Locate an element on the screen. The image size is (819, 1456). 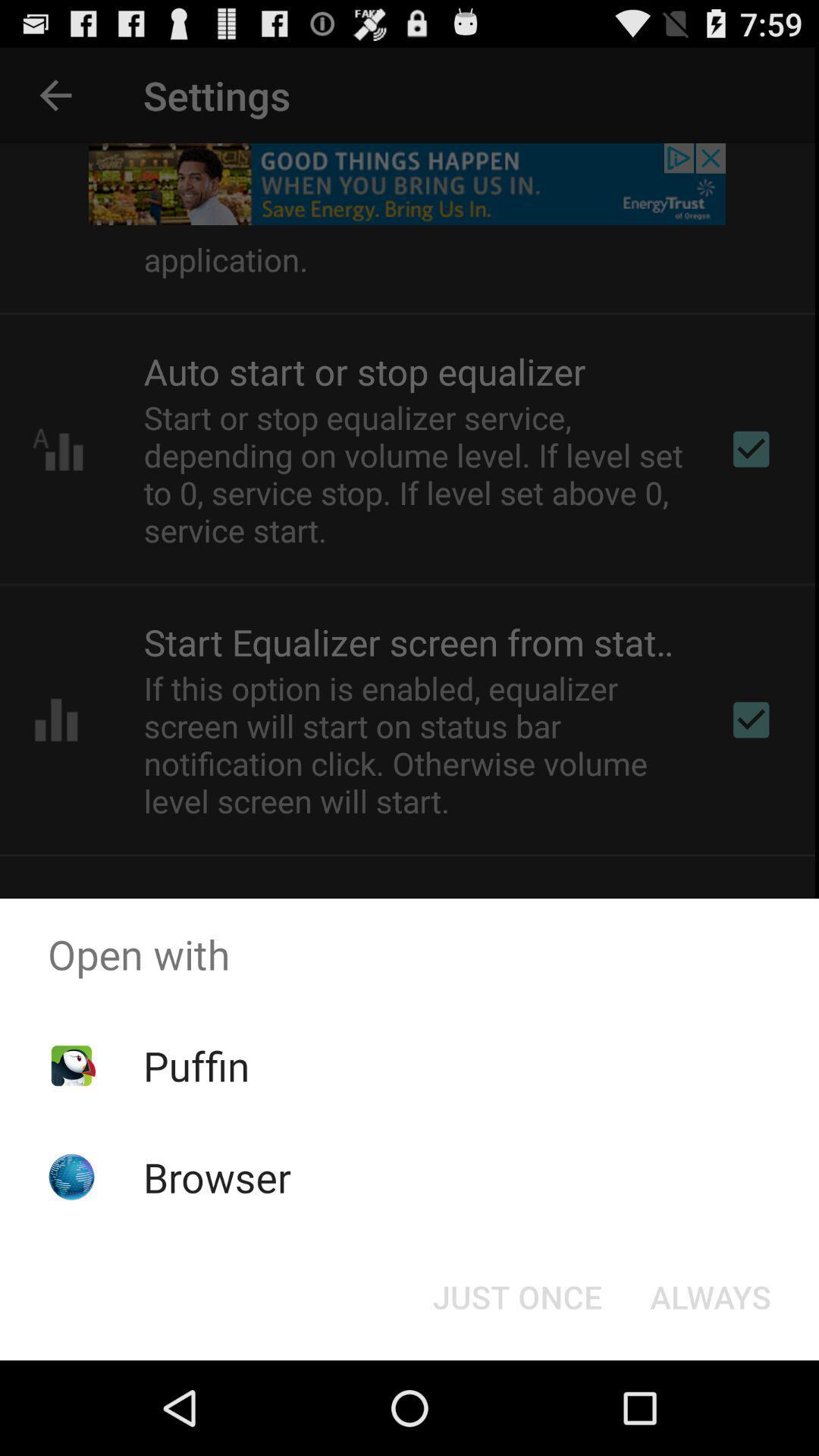
just once icon is located at coordinates (516, 1295).